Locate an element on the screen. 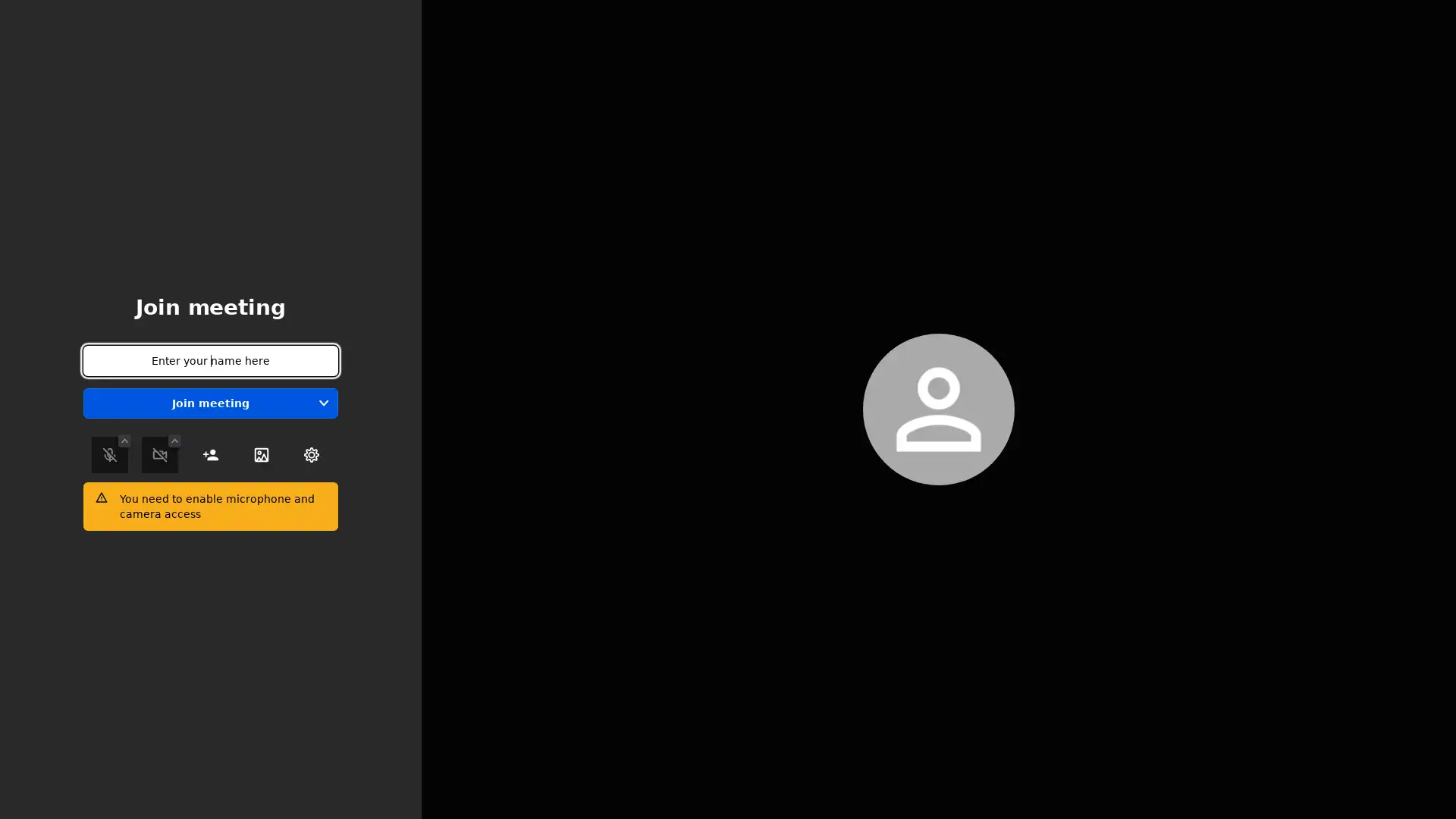  Start / Stop camera is located at coordinates (160, 454).